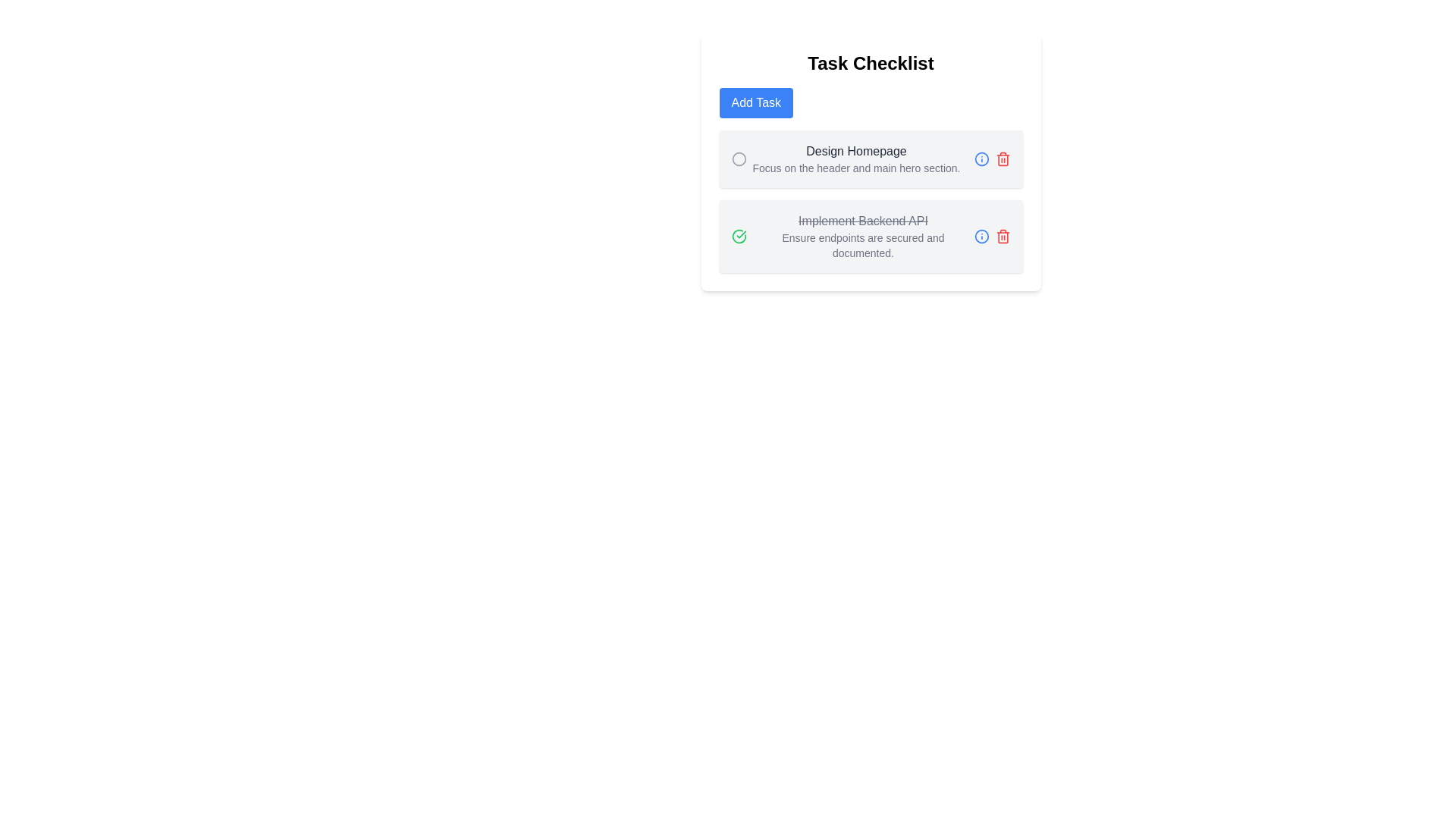  What do you see at coordinates (856, 168) in the screenshot?
I see `text element that reads 'Focus on the header and main hero section.', which is styled with a smaller font size and gray color, located below the 'Design Homepage' text in the task checklist` at bounding box center [856, 168].